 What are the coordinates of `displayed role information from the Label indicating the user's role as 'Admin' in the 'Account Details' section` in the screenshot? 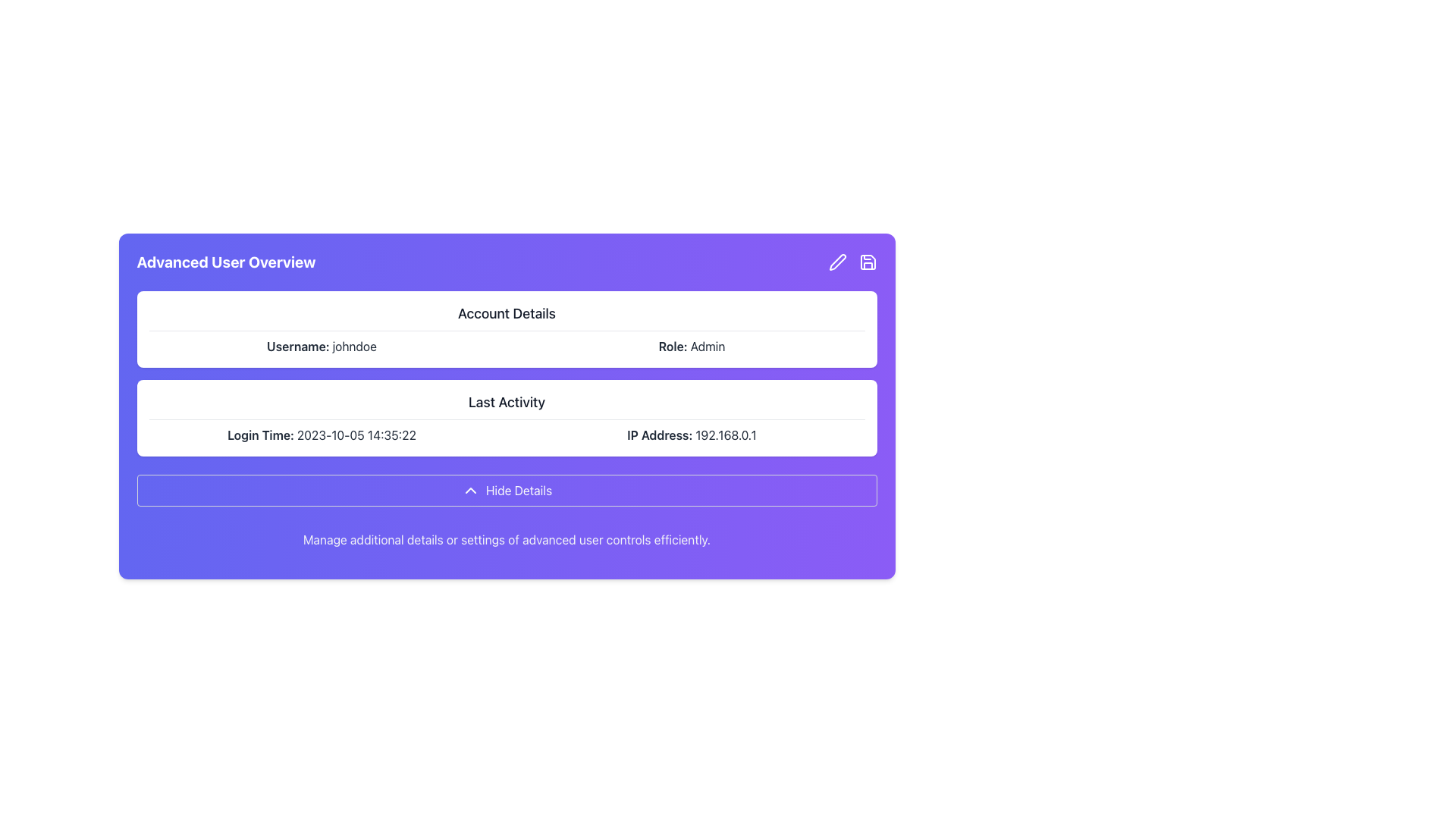 It's located at (691, 346).